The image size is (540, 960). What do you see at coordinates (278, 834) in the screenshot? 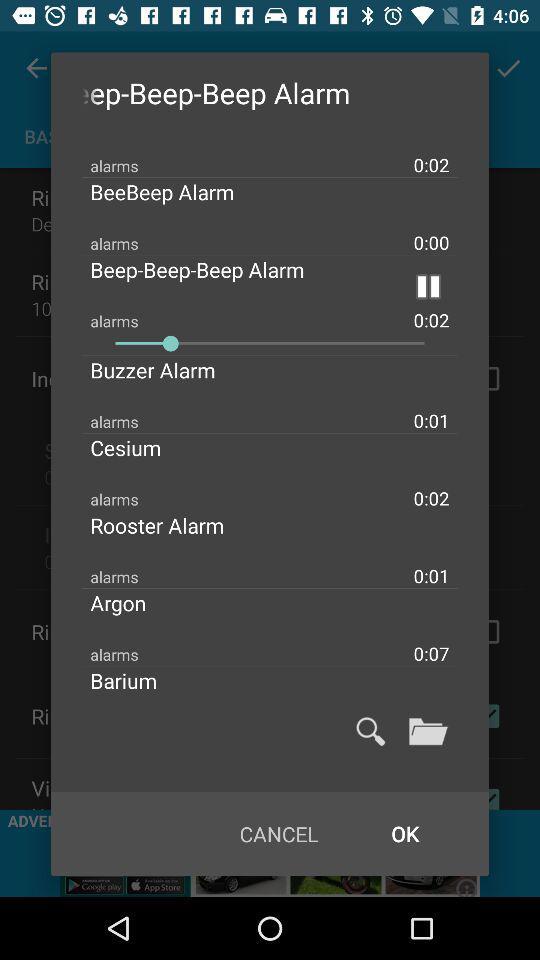
I see `item to the left of the ok` at bounding box center [278, 834].